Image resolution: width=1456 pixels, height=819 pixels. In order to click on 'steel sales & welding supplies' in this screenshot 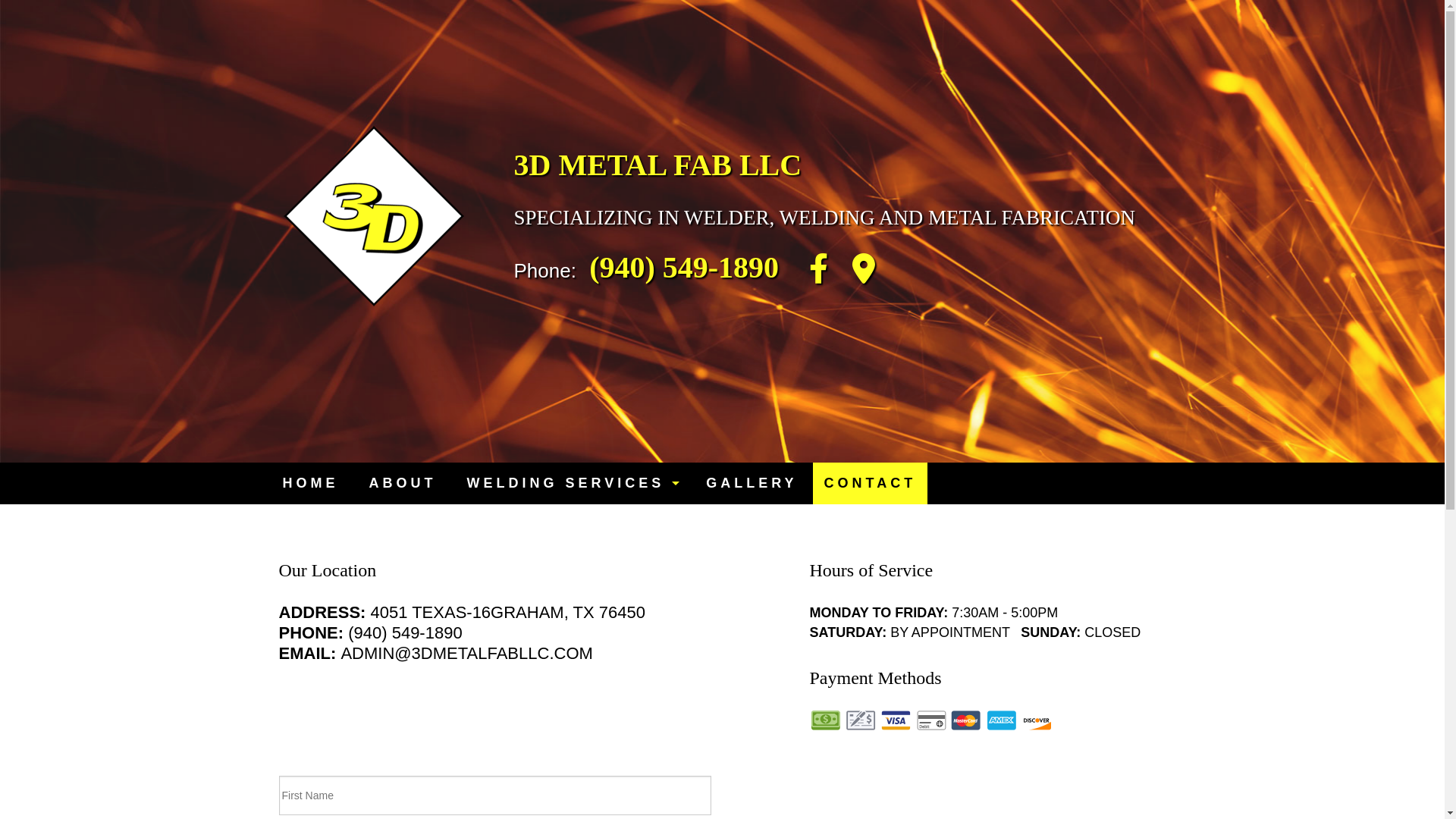, I will do `click(570, 579)`.